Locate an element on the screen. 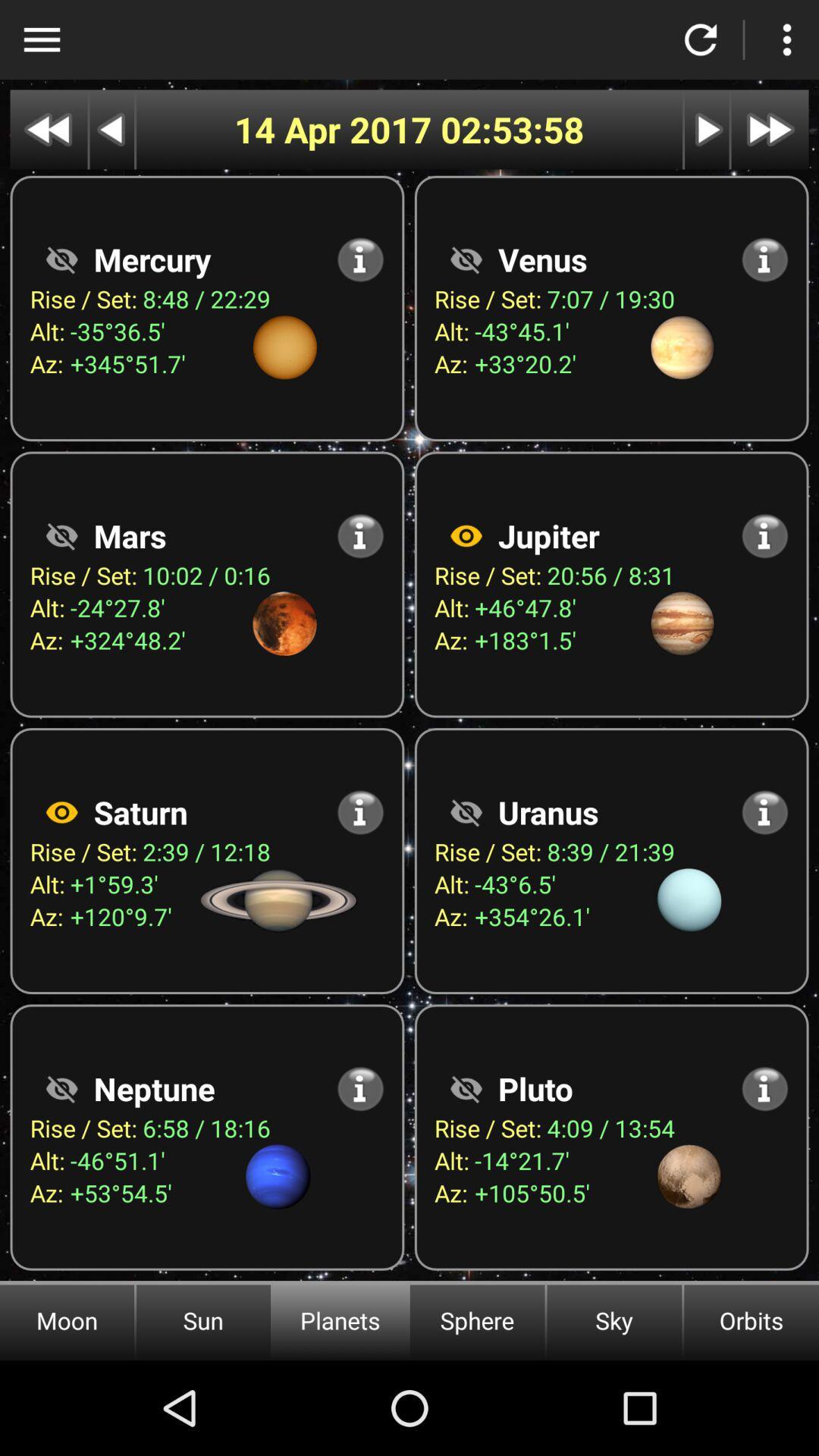 The height and width of the screenshot is (1456, 819). the info icon is located at coordinates (360, 1087).